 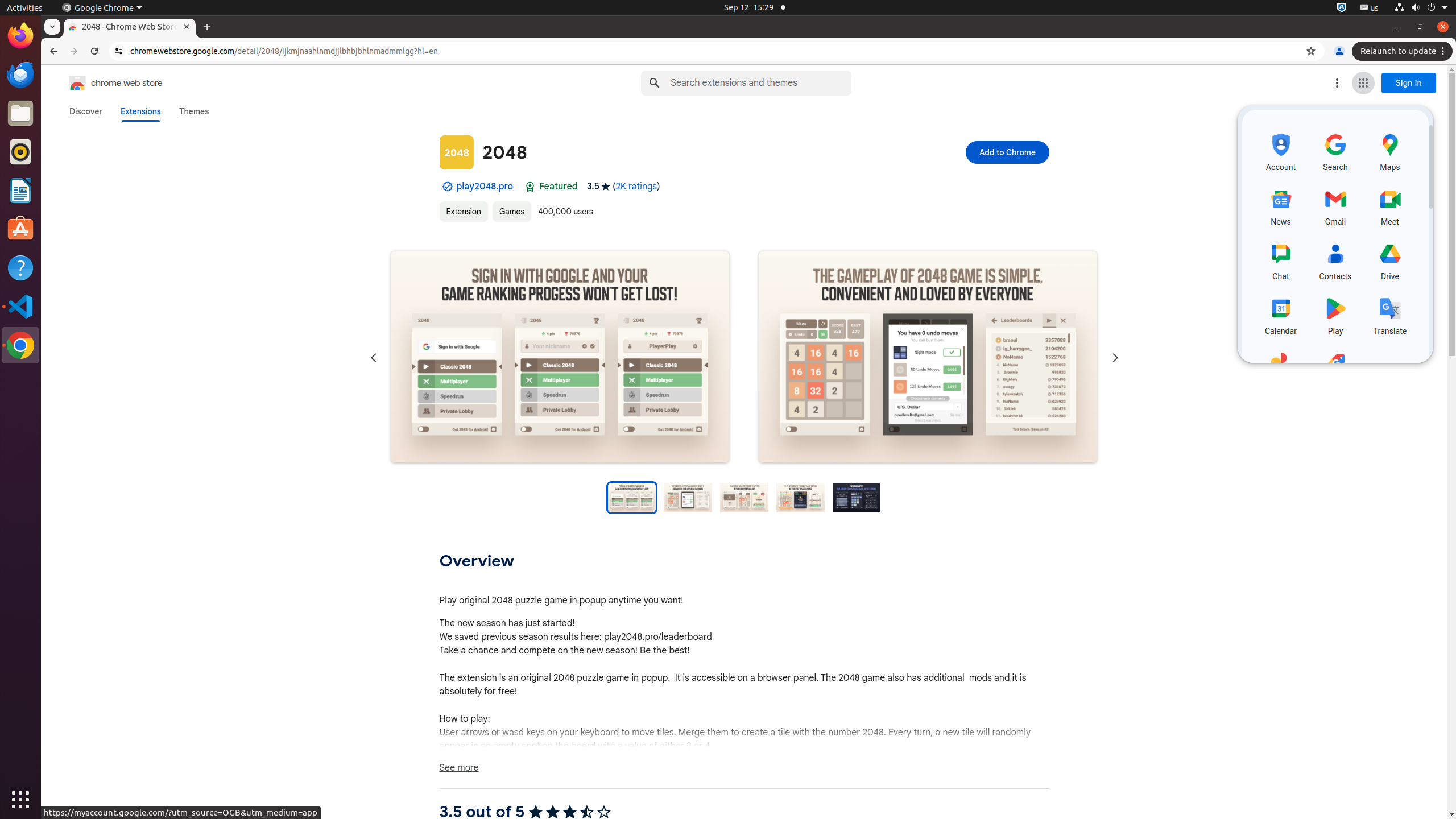 I want to click on 'Ubuntu Software', so click(x=20, y=229).